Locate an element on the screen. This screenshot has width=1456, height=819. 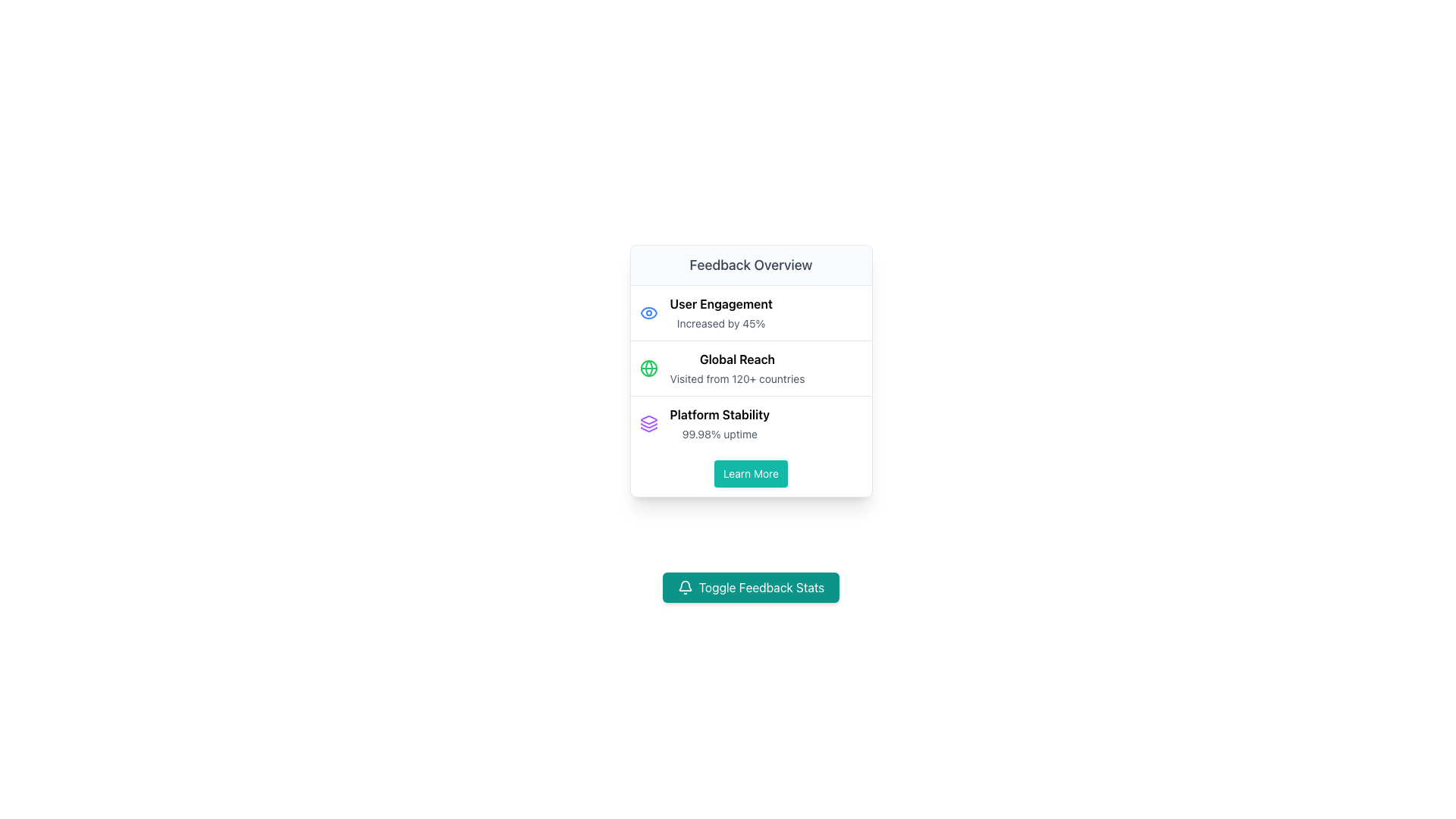
the teal blue button labeled 'Toggle Feedback Stats' with a white bell icon is located at coordinates (751, 587).